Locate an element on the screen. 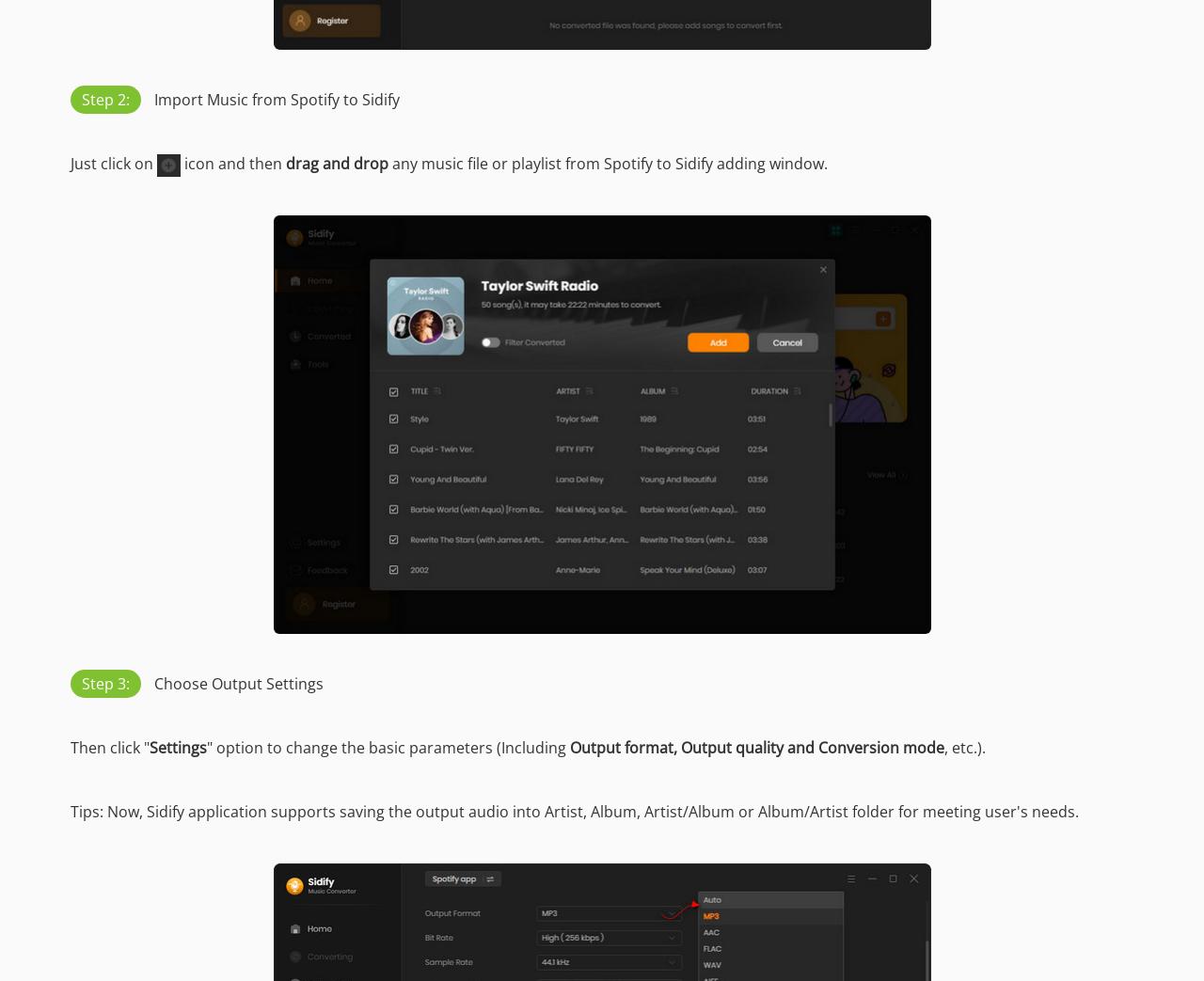  'drag and drop' is located at coordinates (337, 162).